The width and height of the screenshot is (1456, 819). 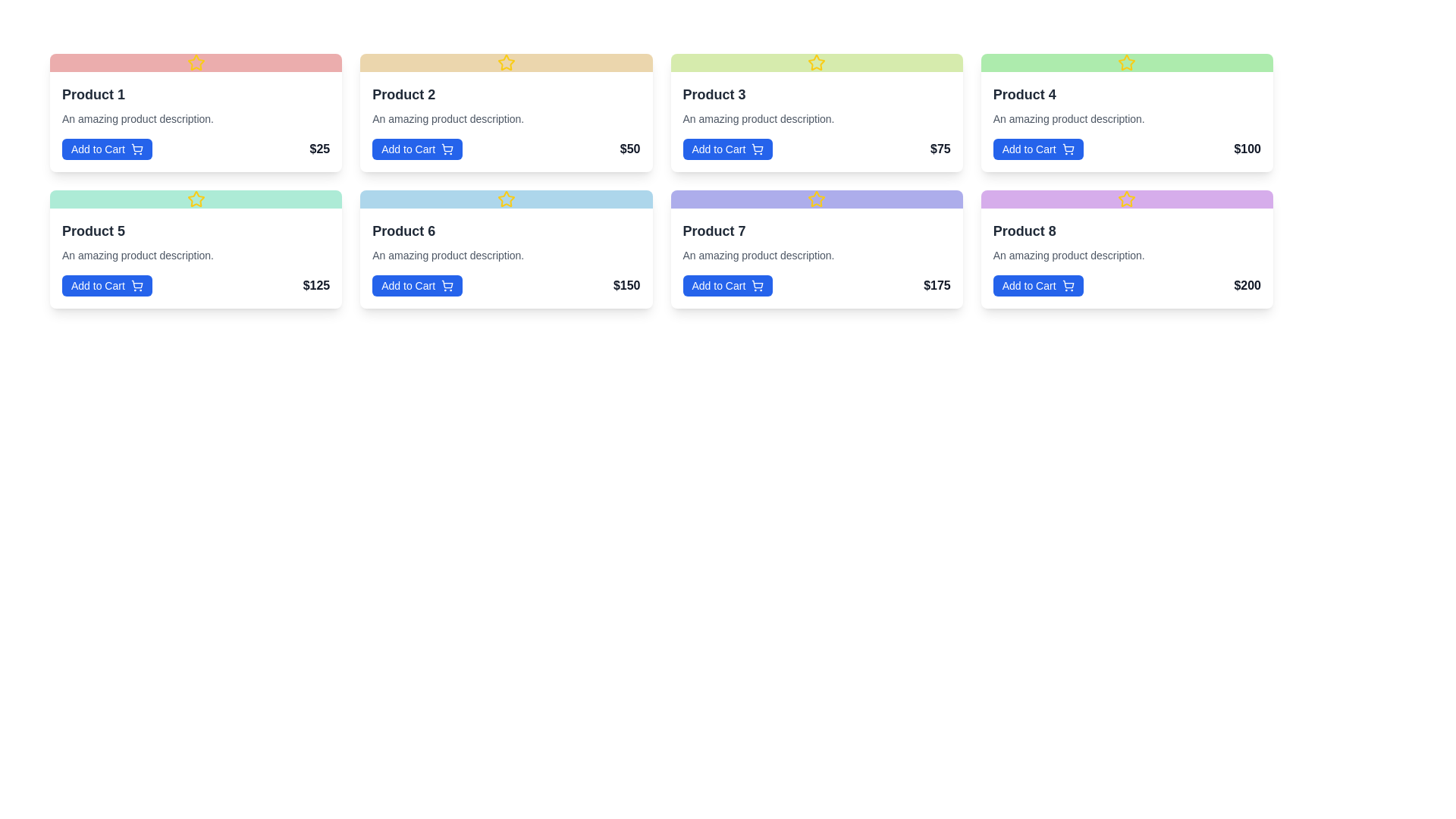 I want to click on the star-shaped icon with a yellow outline located at the top center of the lavender-colored box labeled 'Product 8', so click(x=1127, y=198).